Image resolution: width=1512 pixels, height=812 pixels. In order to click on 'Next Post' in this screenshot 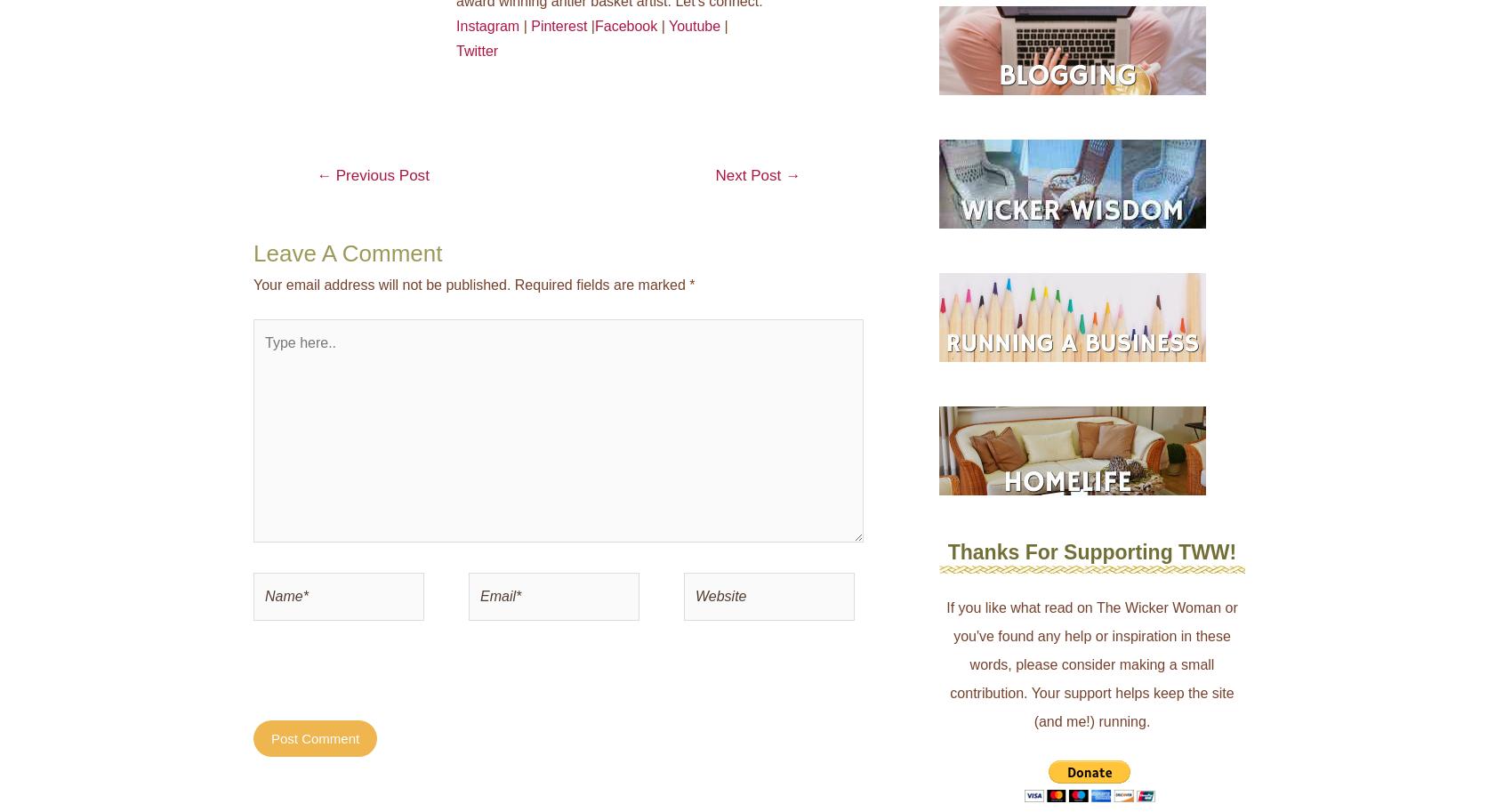, I will do `click(749, 174)`.